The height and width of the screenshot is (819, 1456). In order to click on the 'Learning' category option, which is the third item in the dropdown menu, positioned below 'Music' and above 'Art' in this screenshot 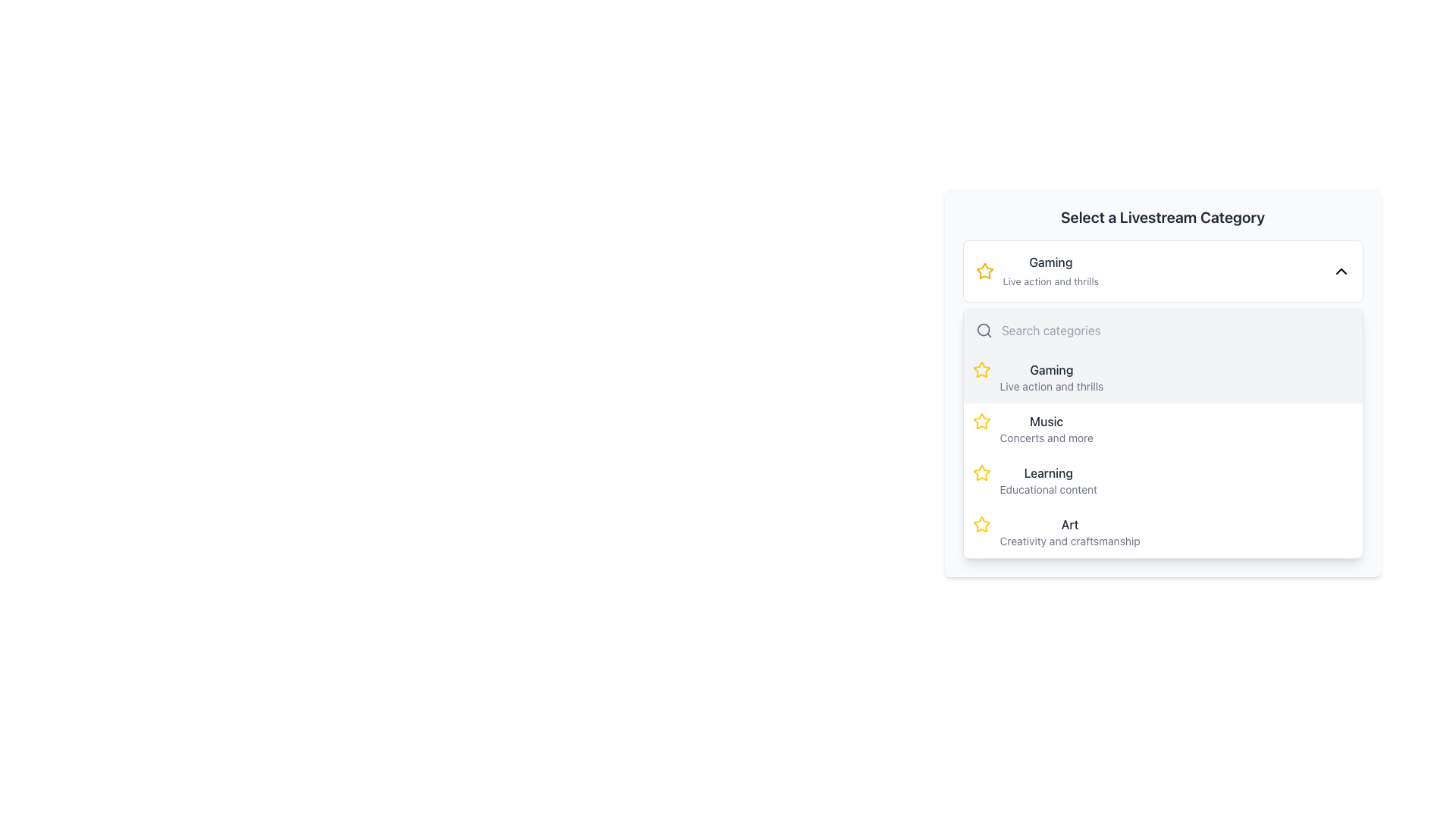, I will do `click(1162, 480)`.